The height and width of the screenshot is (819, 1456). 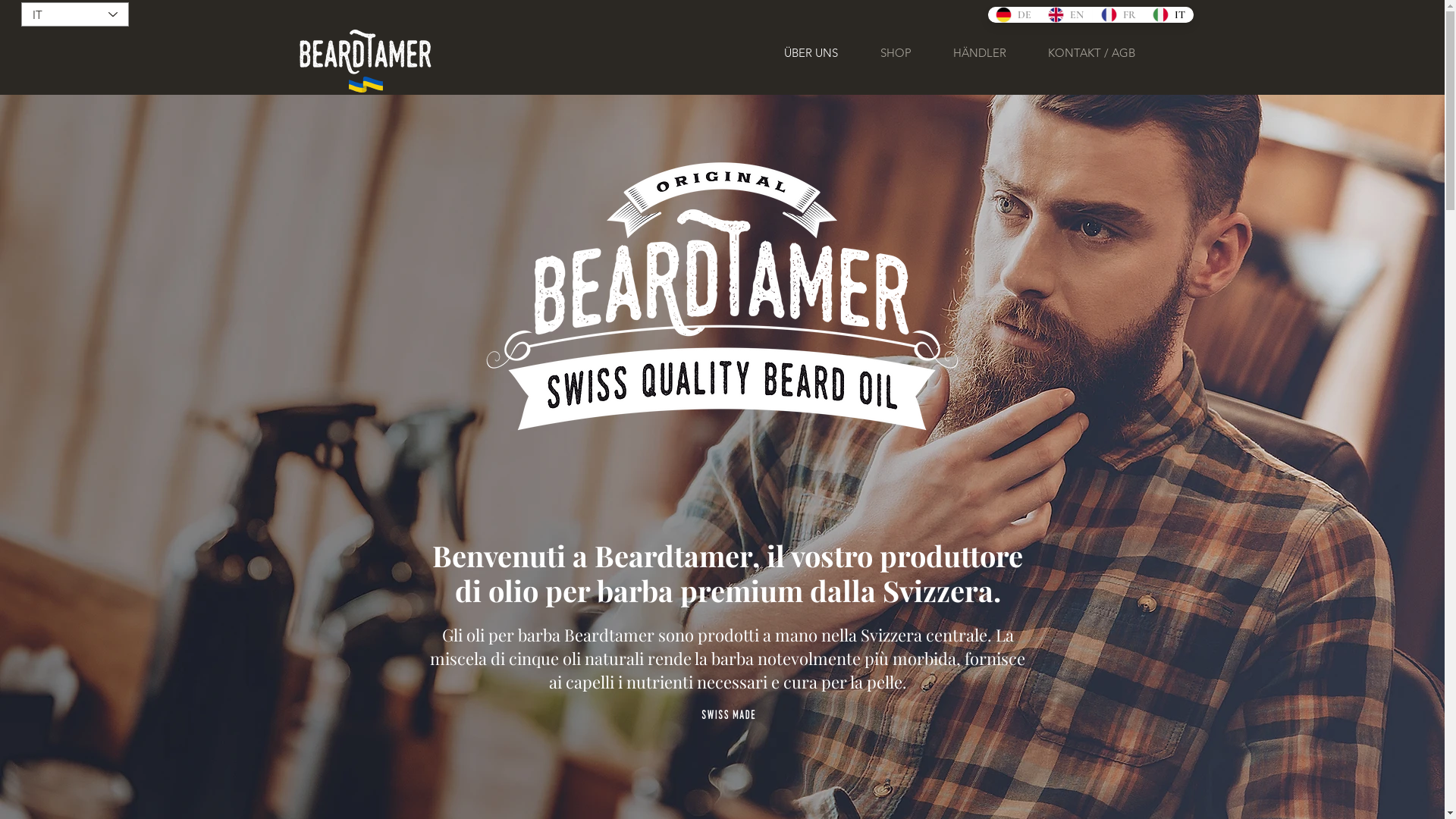 What do you see at coordinates (1012, 14) in the screenshot?
I see `'DE'` at bounding box center [1012, 14].